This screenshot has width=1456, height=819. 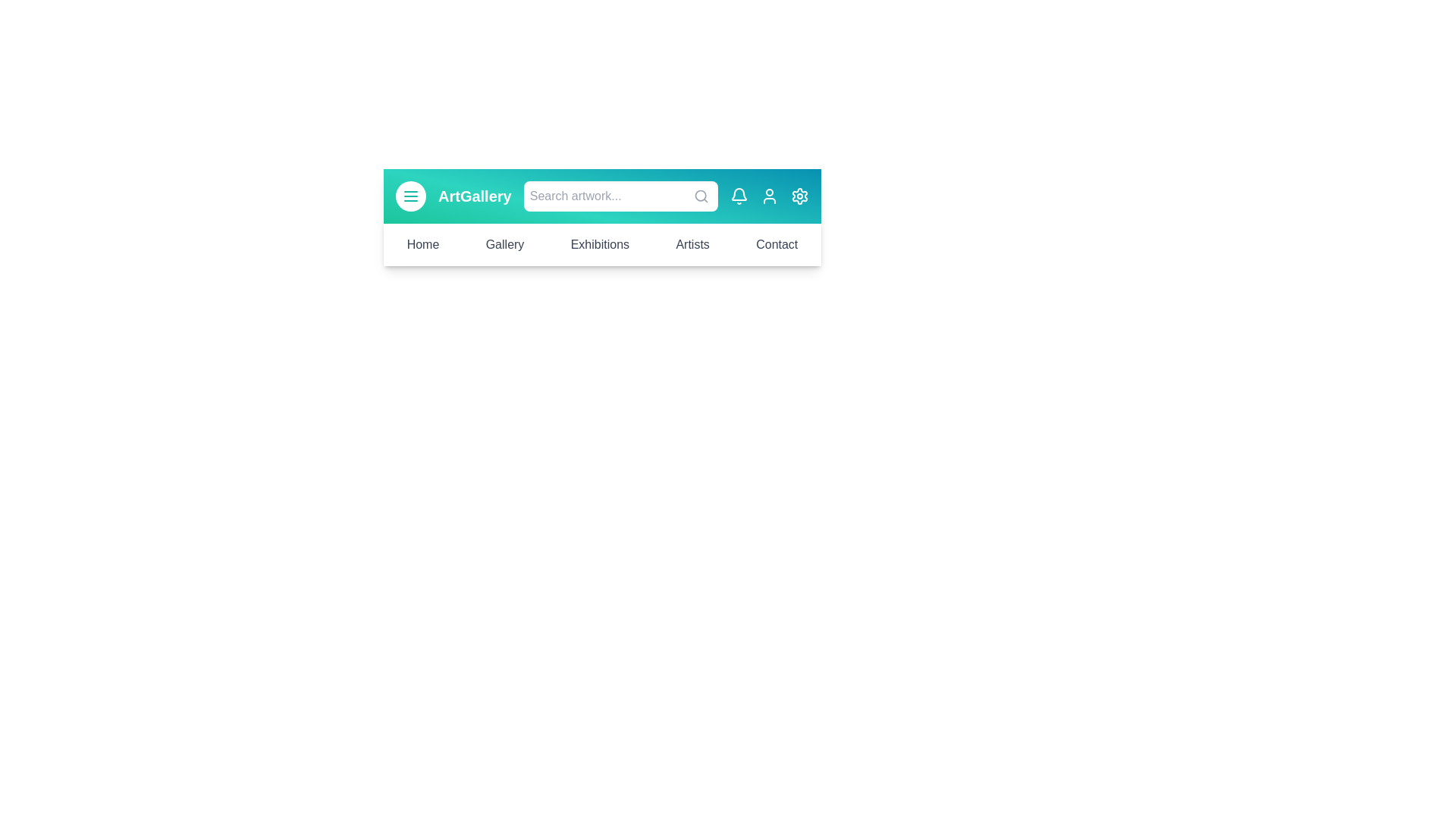 I want to click on the settings icon to access user settings, so click(x=799, y=195).